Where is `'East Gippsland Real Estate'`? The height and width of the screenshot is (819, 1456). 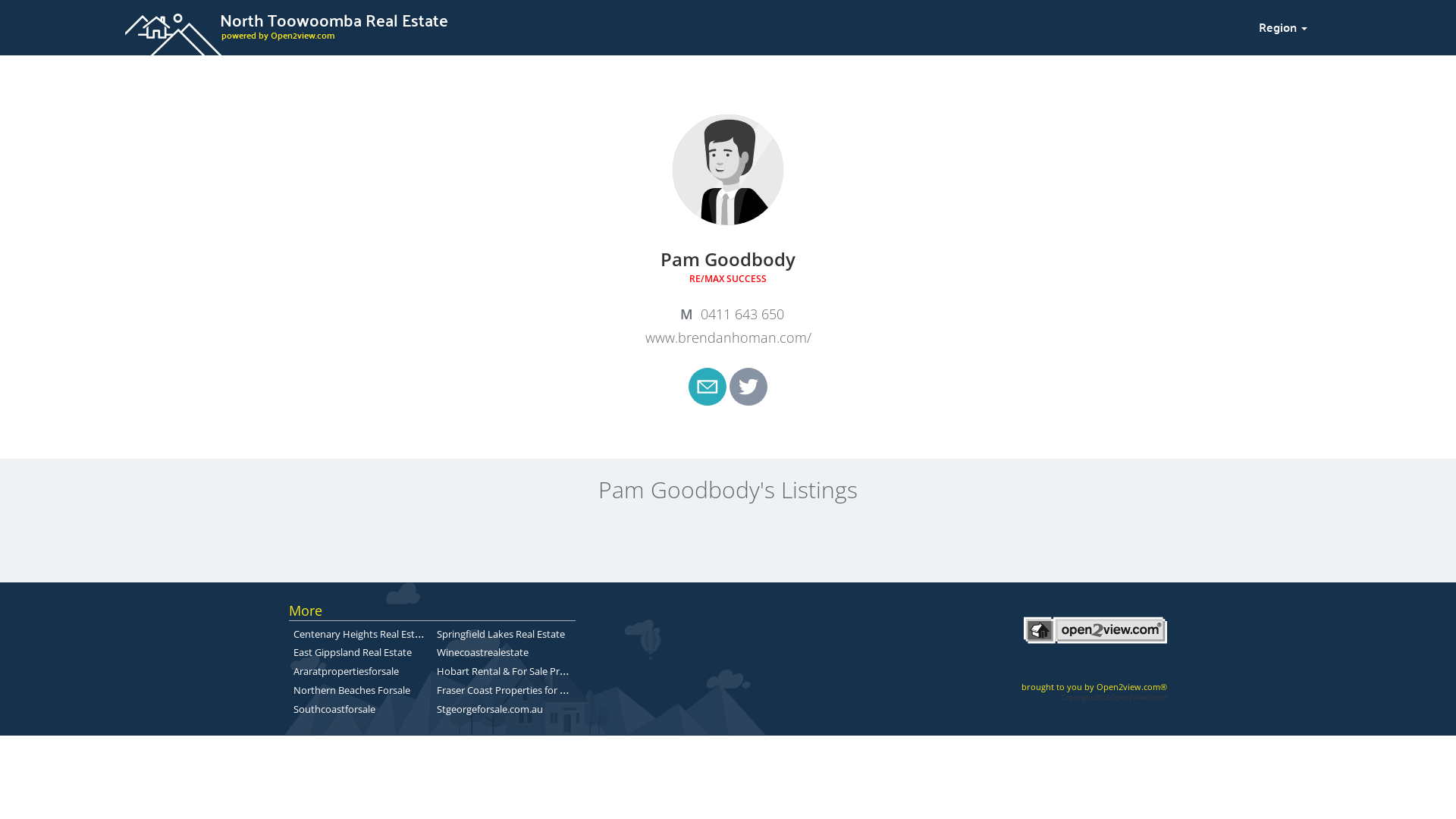 'East Gippsland Real Estate' is located at coordinates (352, 651).